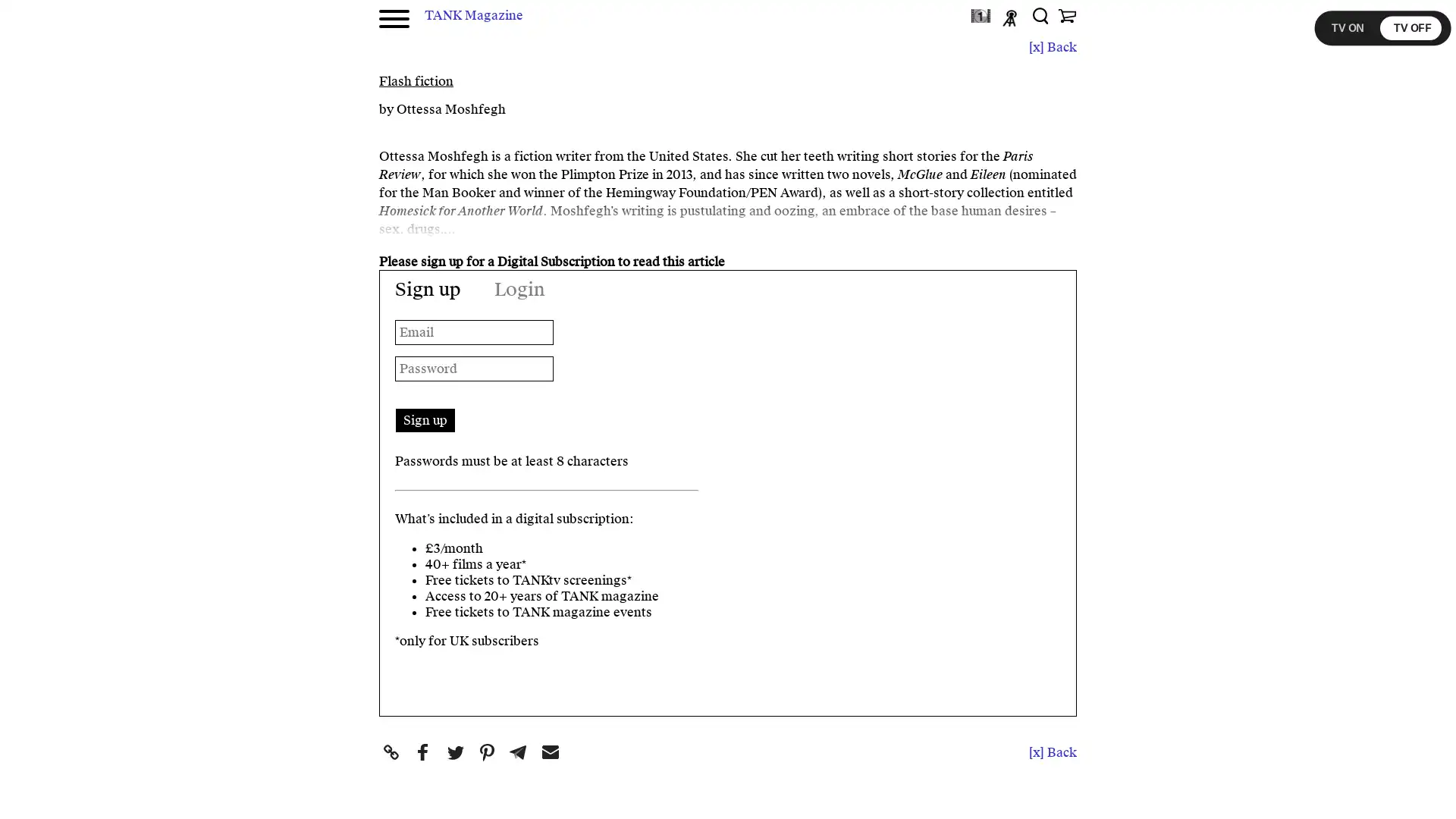  Describe the element at coordinates (491, 752) in the screenshot. I see `Share to Pinterest` at that location.